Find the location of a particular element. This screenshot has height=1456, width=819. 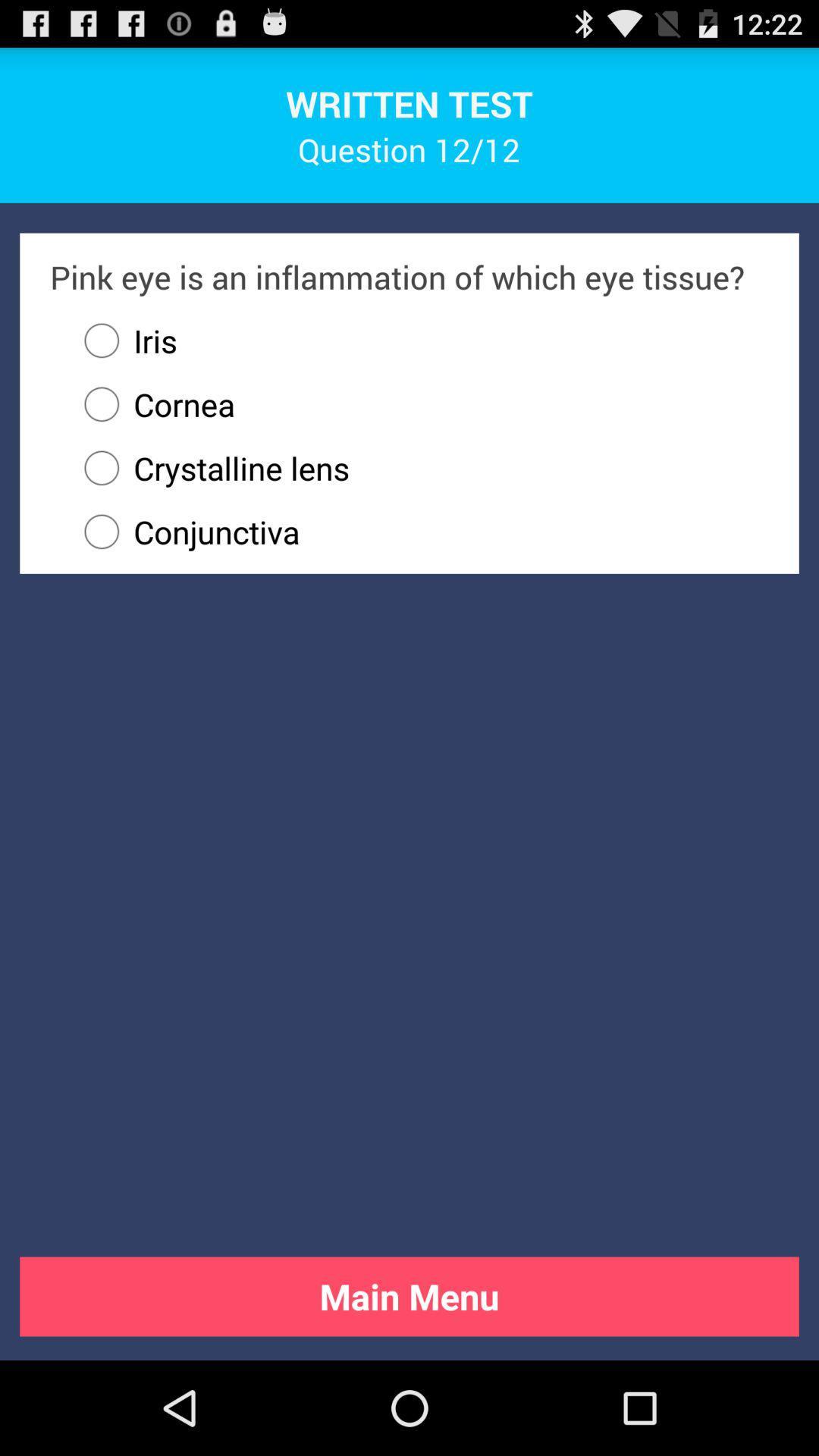

the conjunctiva icon is located at coordinates (419, 532).